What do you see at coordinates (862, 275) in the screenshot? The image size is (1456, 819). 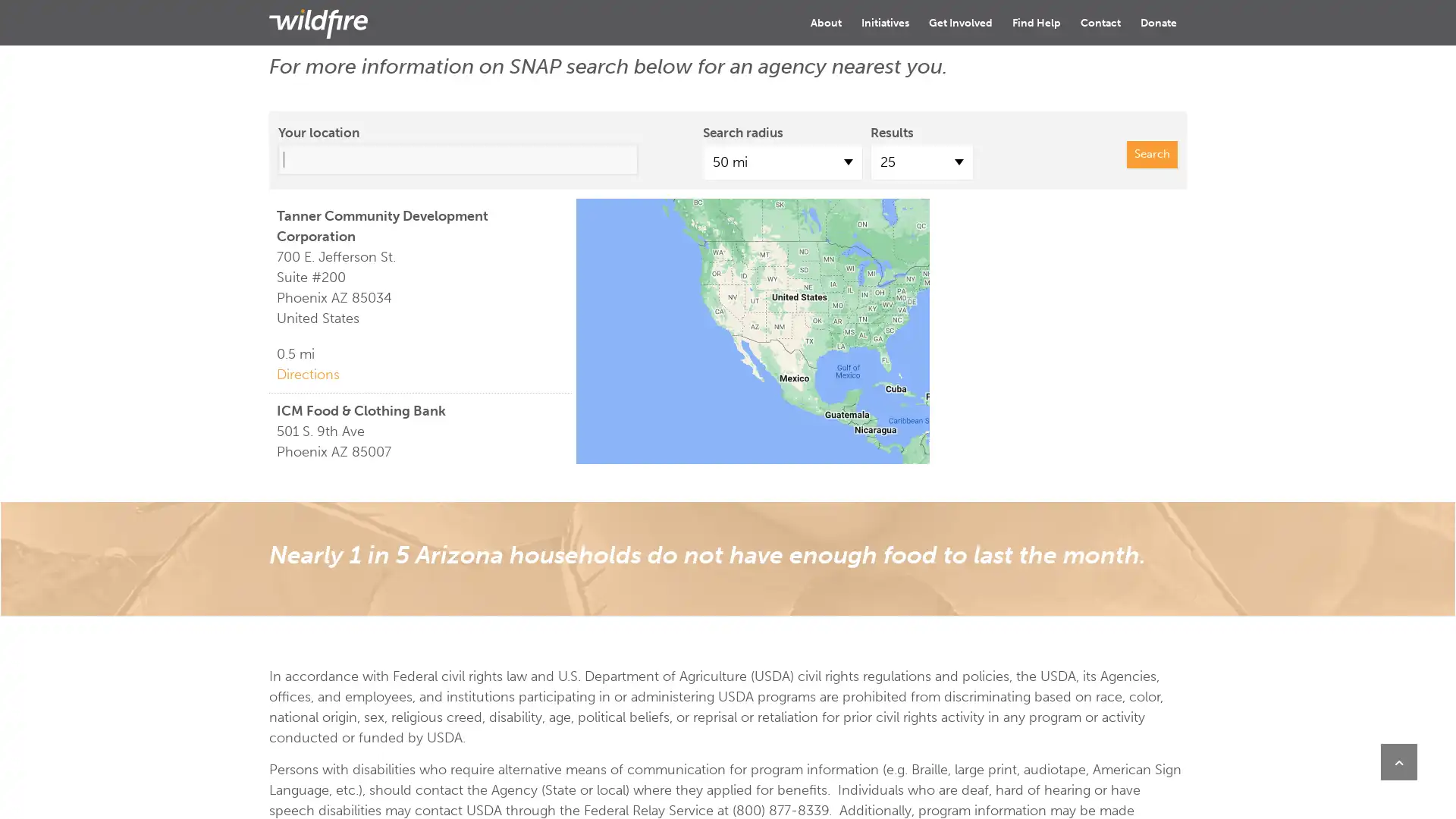 I see `Mountain Park Health Center  Christown` at bounding box center [862, 275].